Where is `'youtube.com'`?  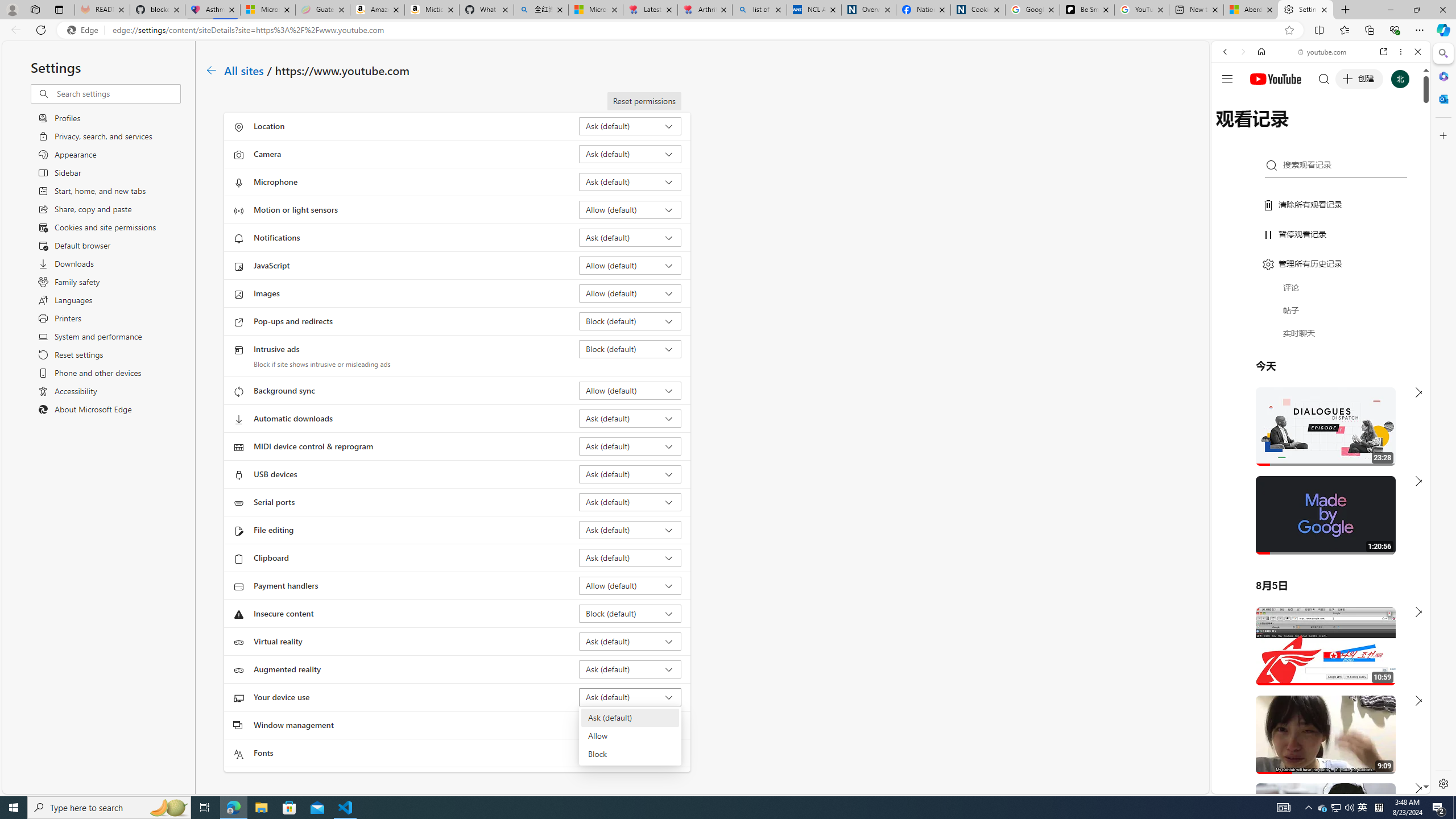
'youtube.com' is located at coordinates (1322, 52).